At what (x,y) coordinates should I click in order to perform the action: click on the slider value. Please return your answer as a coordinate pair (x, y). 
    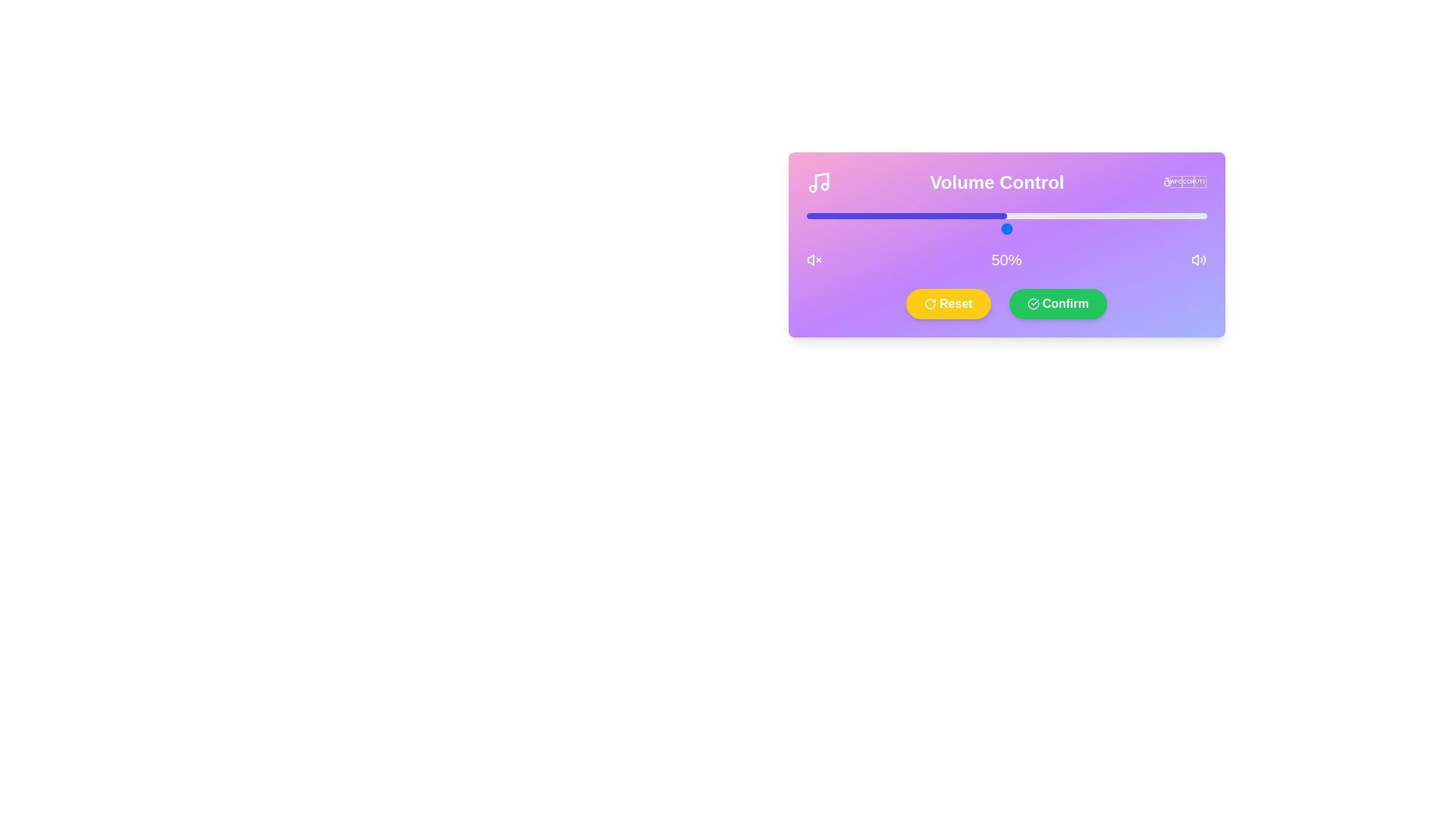
    Looking at the image, I should click on (842, 216).